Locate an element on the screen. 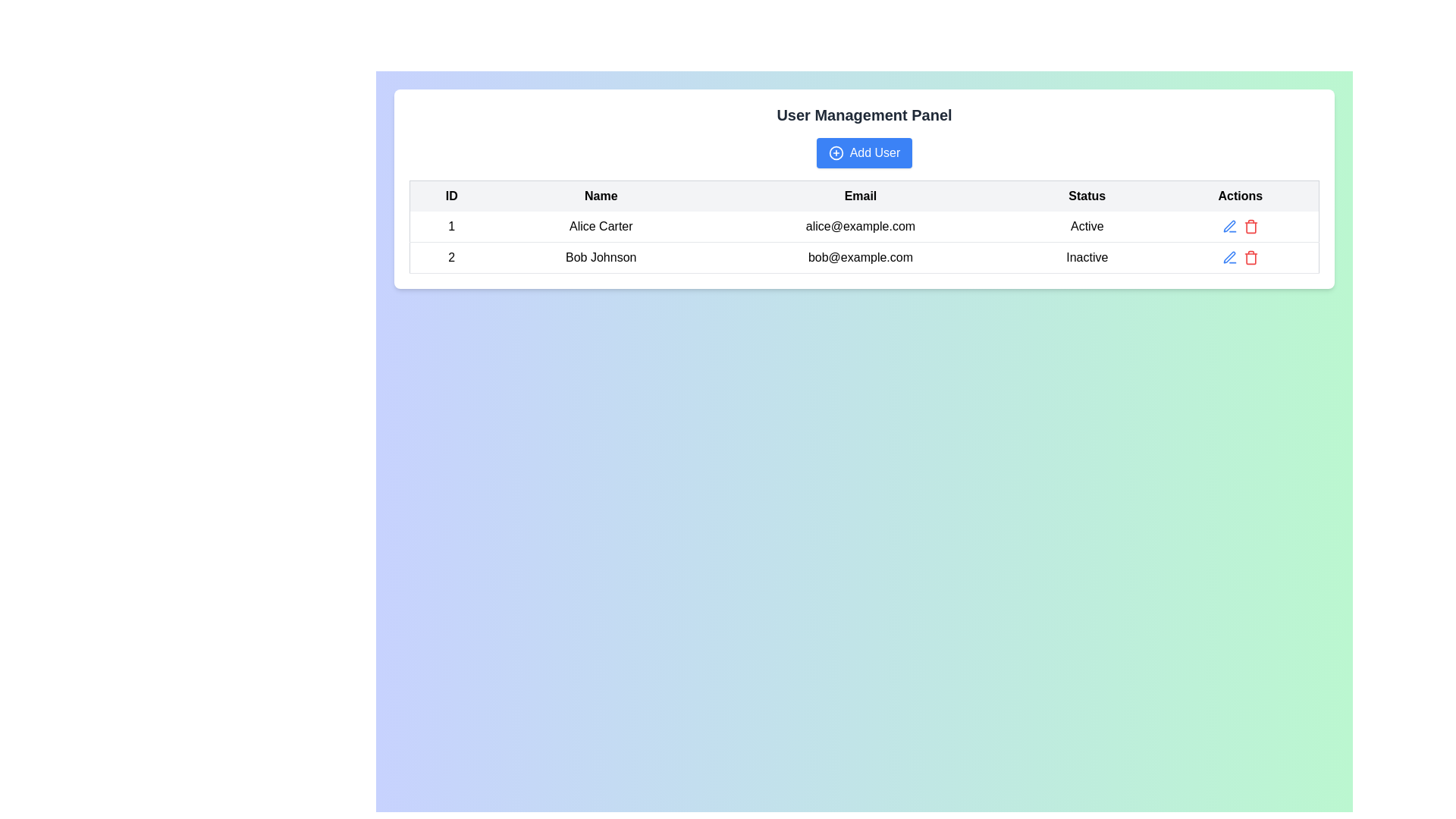  the blue 'Add User' button with rounded corners, located below the 'User Management Panel' heading, to observe any hover effect is located at coordinates (864, 152).